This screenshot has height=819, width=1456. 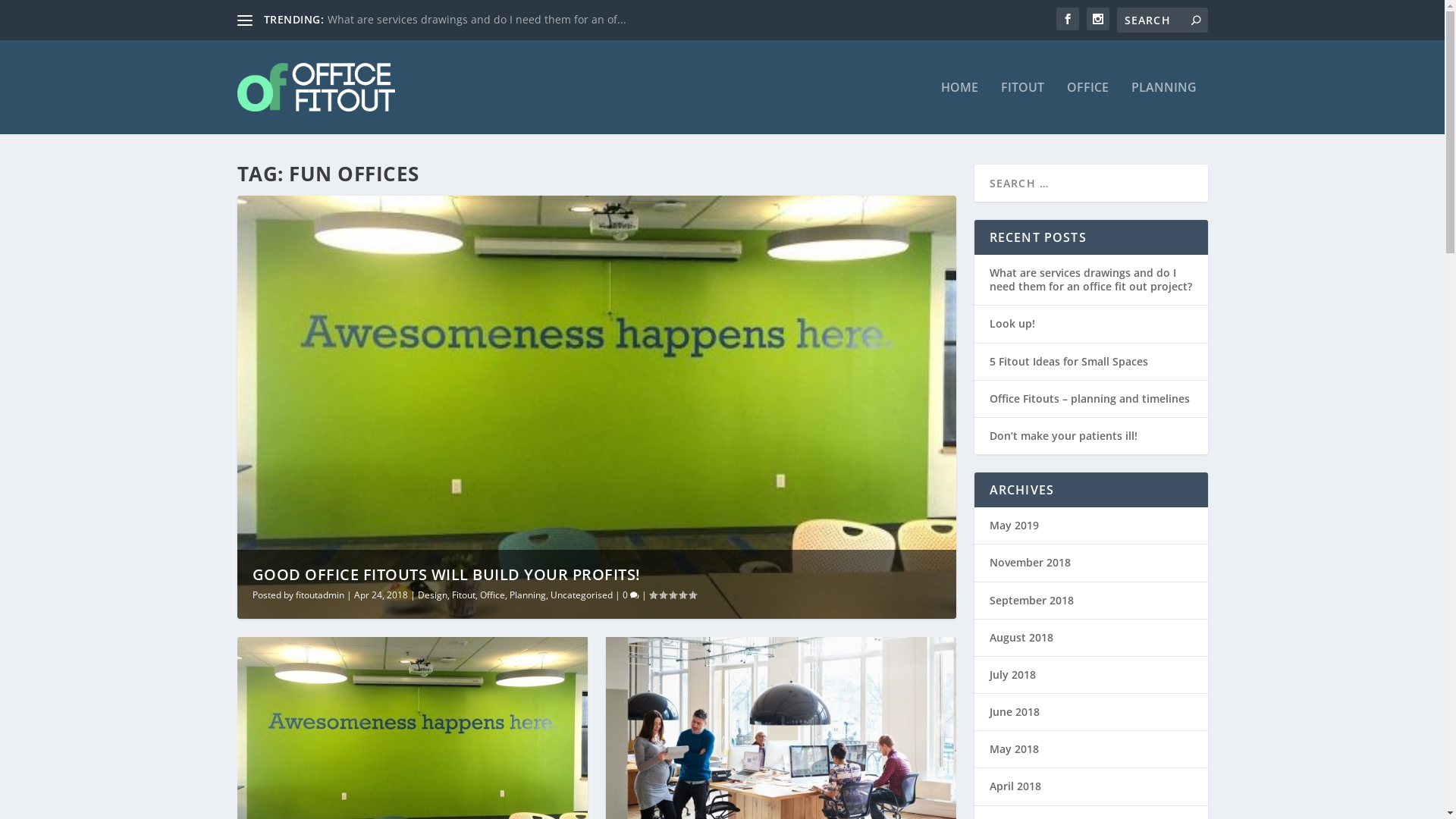 What do you see at coordinates (672, 594) in the screenshot?
I see `'Rating: 0.00'` at bounding box center [672, 594].